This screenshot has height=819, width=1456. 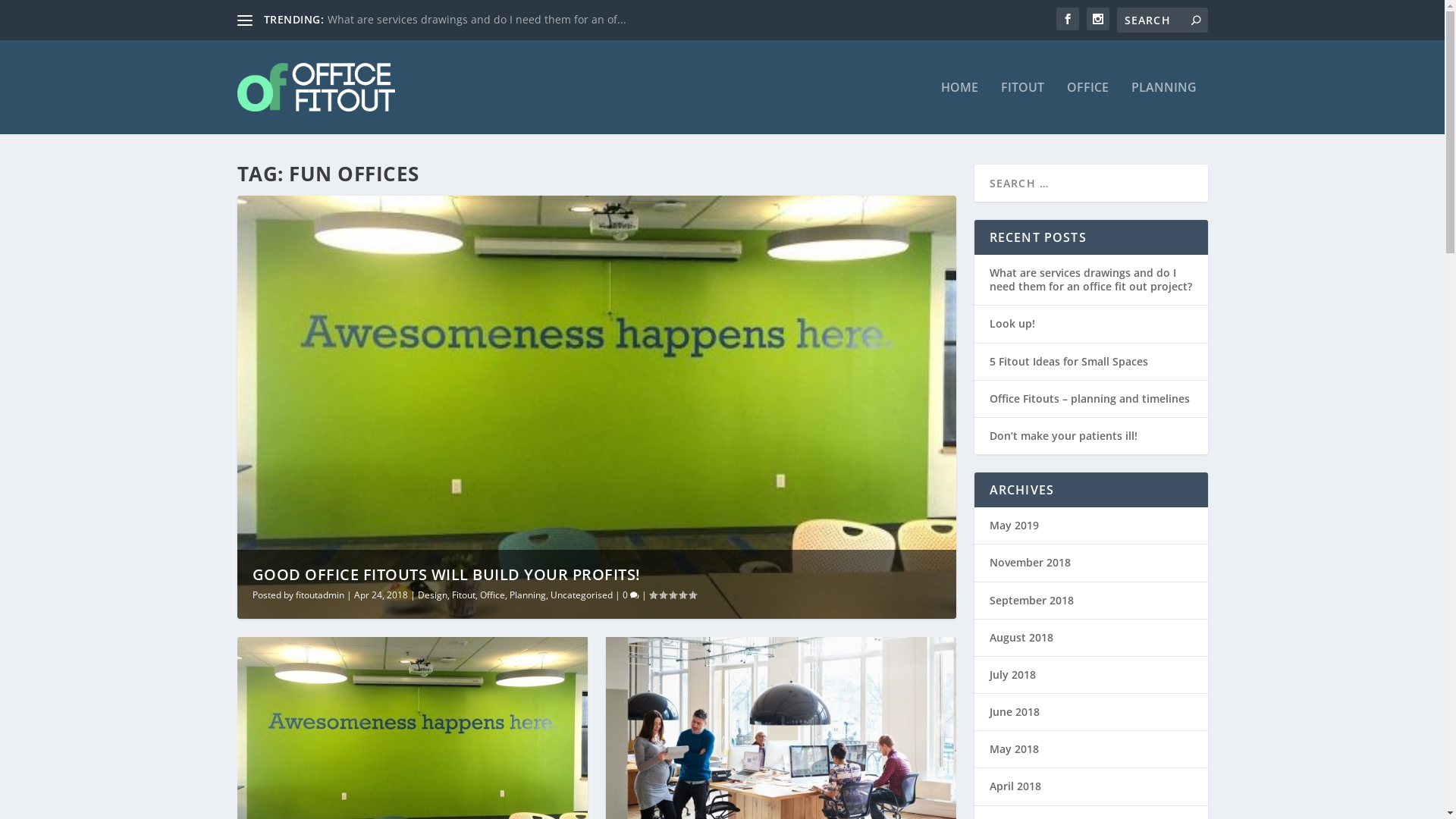 What do you see at coordinates (672, 594) in the screenshot?
I see `'Rating: 0.00'` at bounding box center [672, 594].